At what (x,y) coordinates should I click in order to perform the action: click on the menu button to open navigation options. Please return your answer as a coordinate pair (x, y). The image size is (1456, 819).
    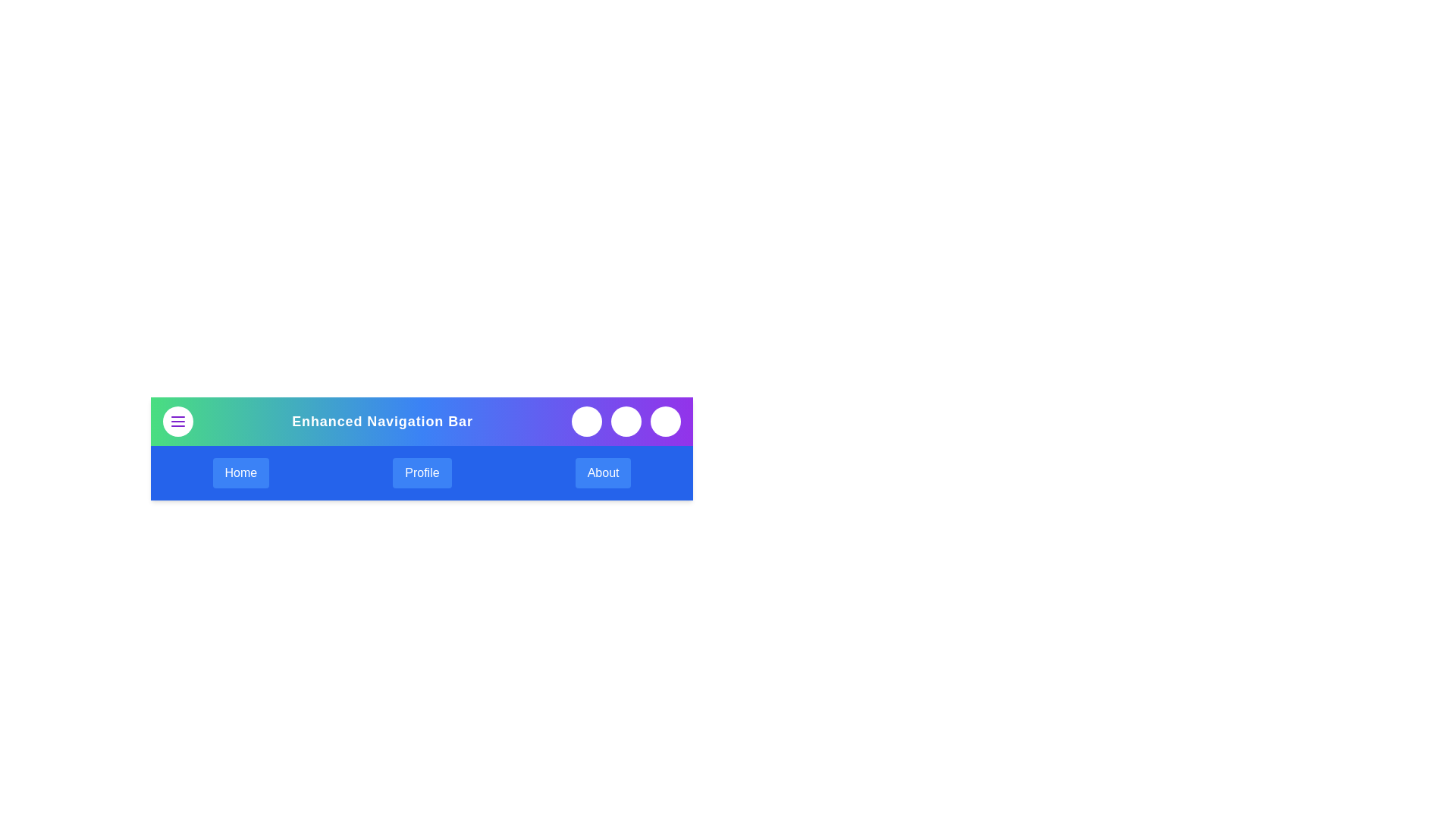
    Looking at the image, I should click on (178, 421).